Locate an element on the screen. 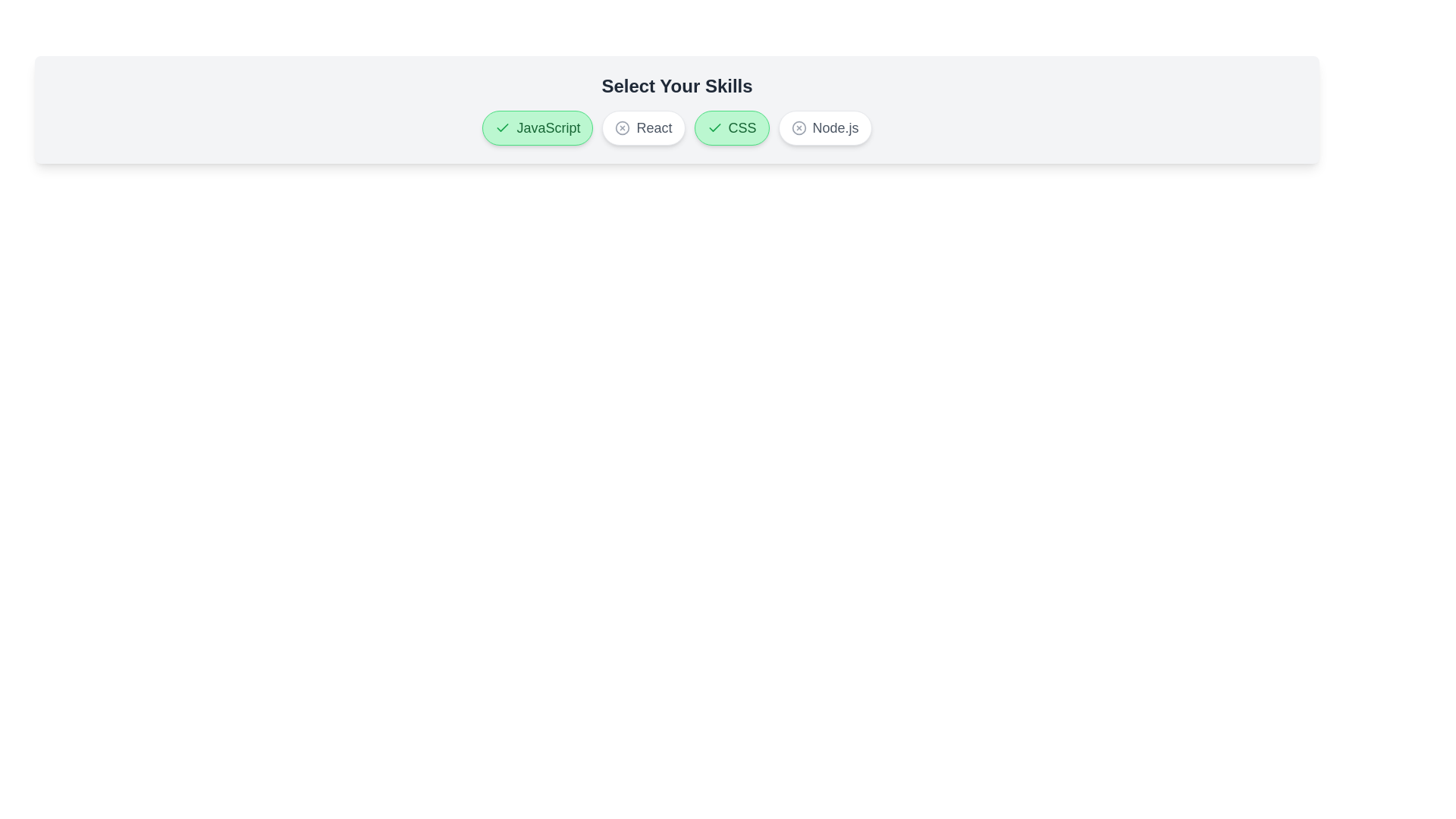  the button labeled React to observe its hover effect is located at coordinates (644, 127).